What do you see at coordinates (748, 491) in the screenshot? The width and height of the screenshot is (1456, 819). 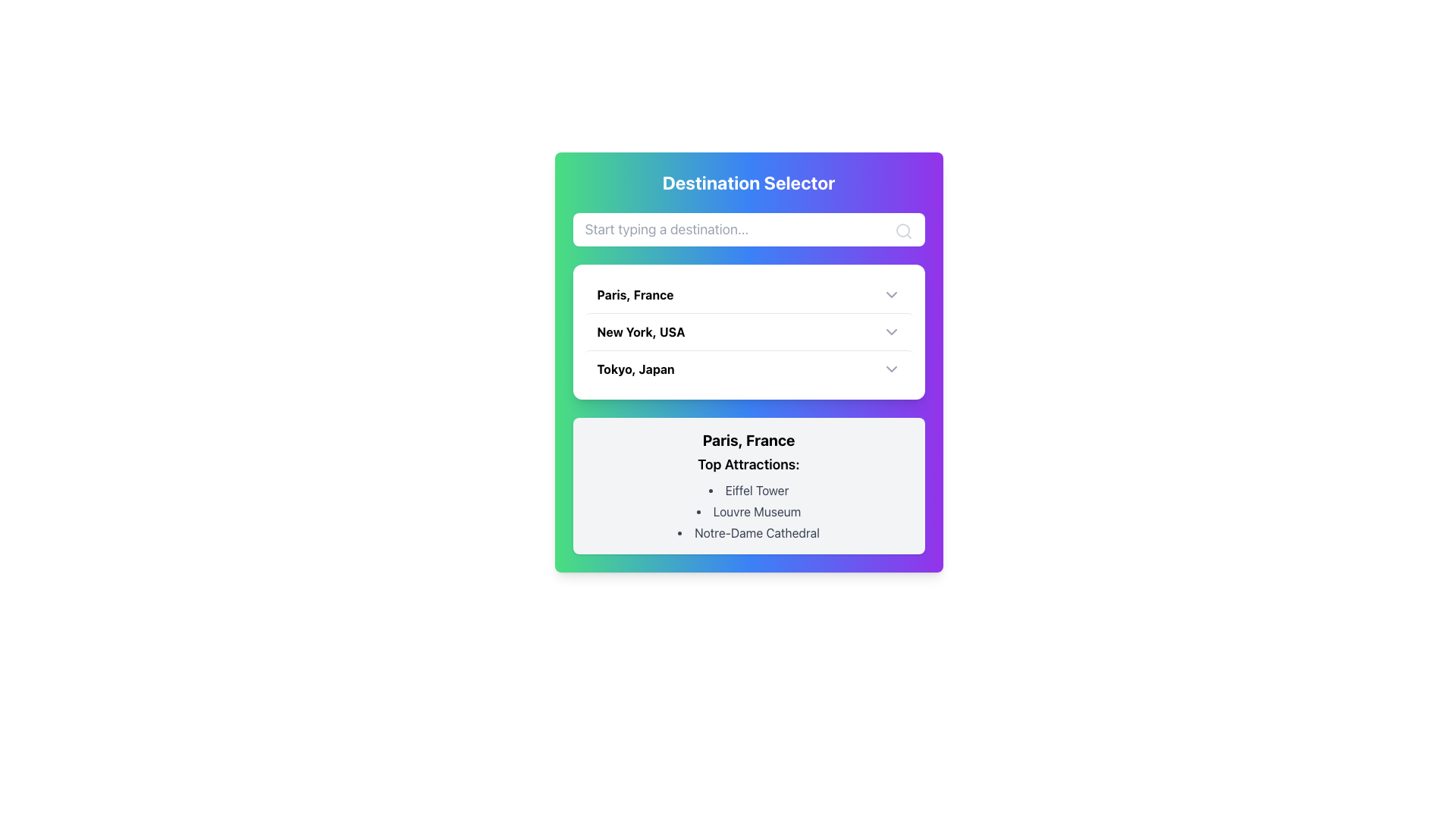 I see `the text label displaying 'Eiffel Tower', which is the first item in the bullet-pointed list of top attractions for 'Paris, France'` at bounding box center [748, 491].